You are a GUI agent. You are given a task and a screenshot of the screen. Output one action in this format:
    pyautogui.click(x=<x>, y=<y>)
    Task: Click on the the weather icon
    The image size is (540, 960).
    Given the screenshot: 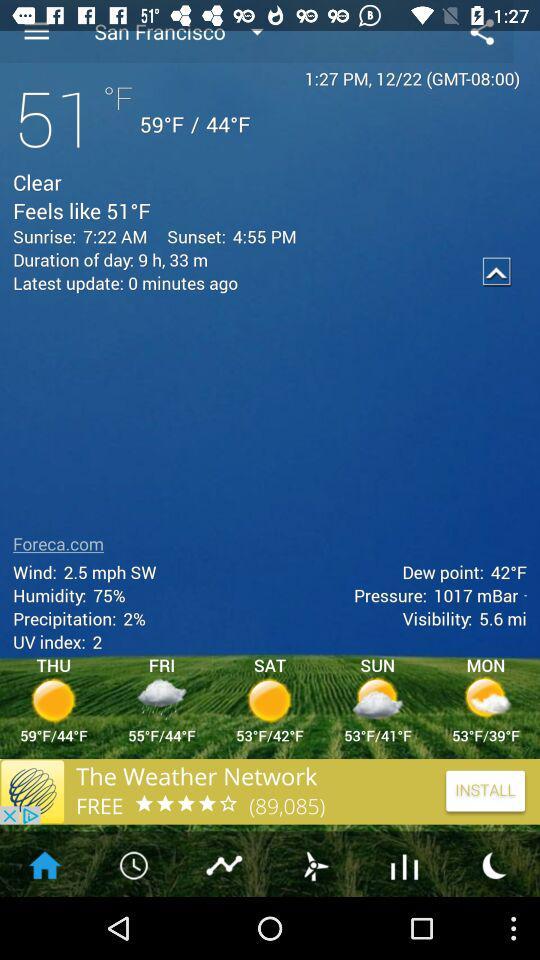 What is the action you would take?
    pyautogui.click(x=314, y=925)
    